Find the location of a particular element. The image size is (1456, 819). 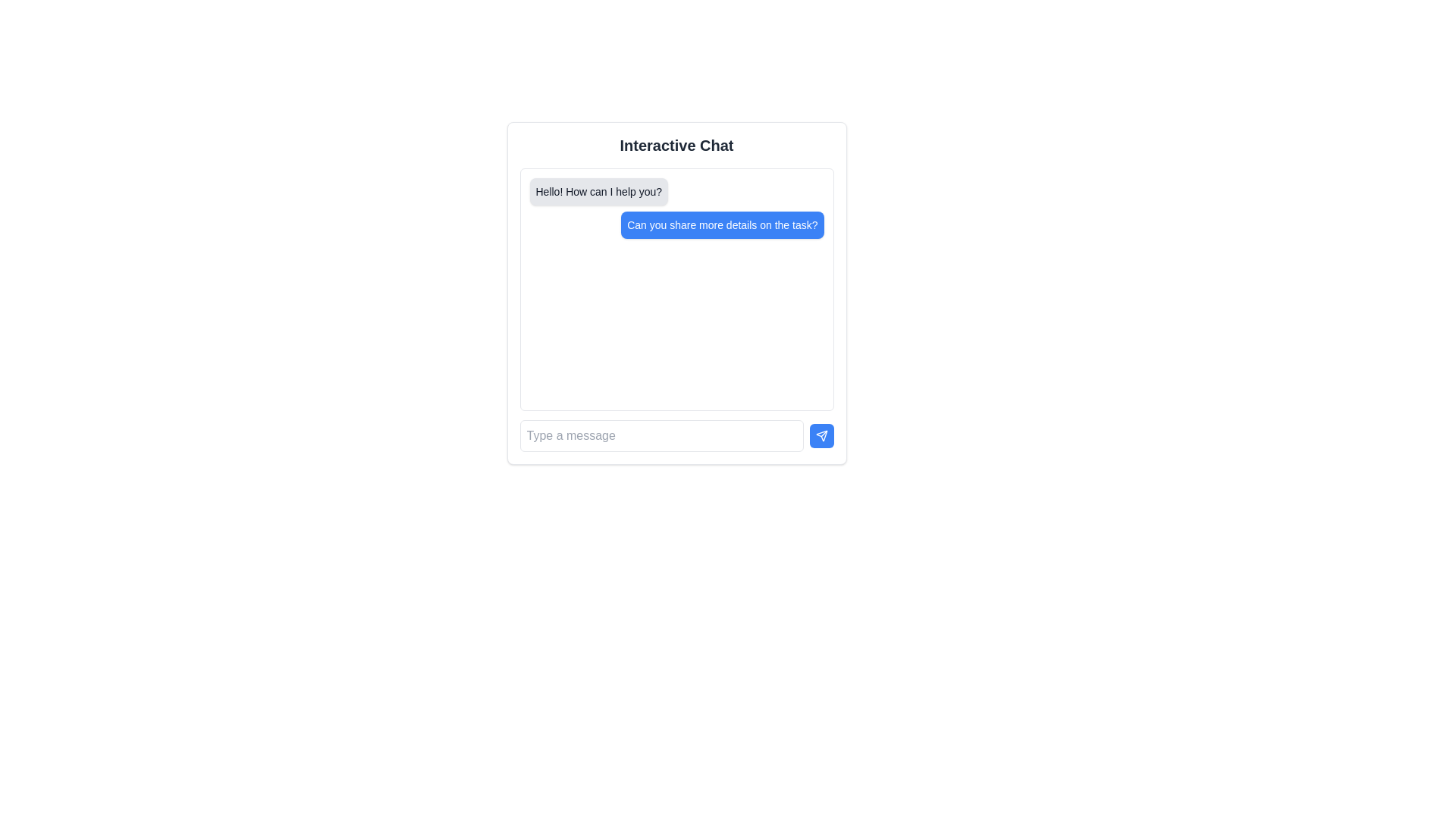

the send button located to the right of the text input box in the chat interface is located at coordinates (821, 435).